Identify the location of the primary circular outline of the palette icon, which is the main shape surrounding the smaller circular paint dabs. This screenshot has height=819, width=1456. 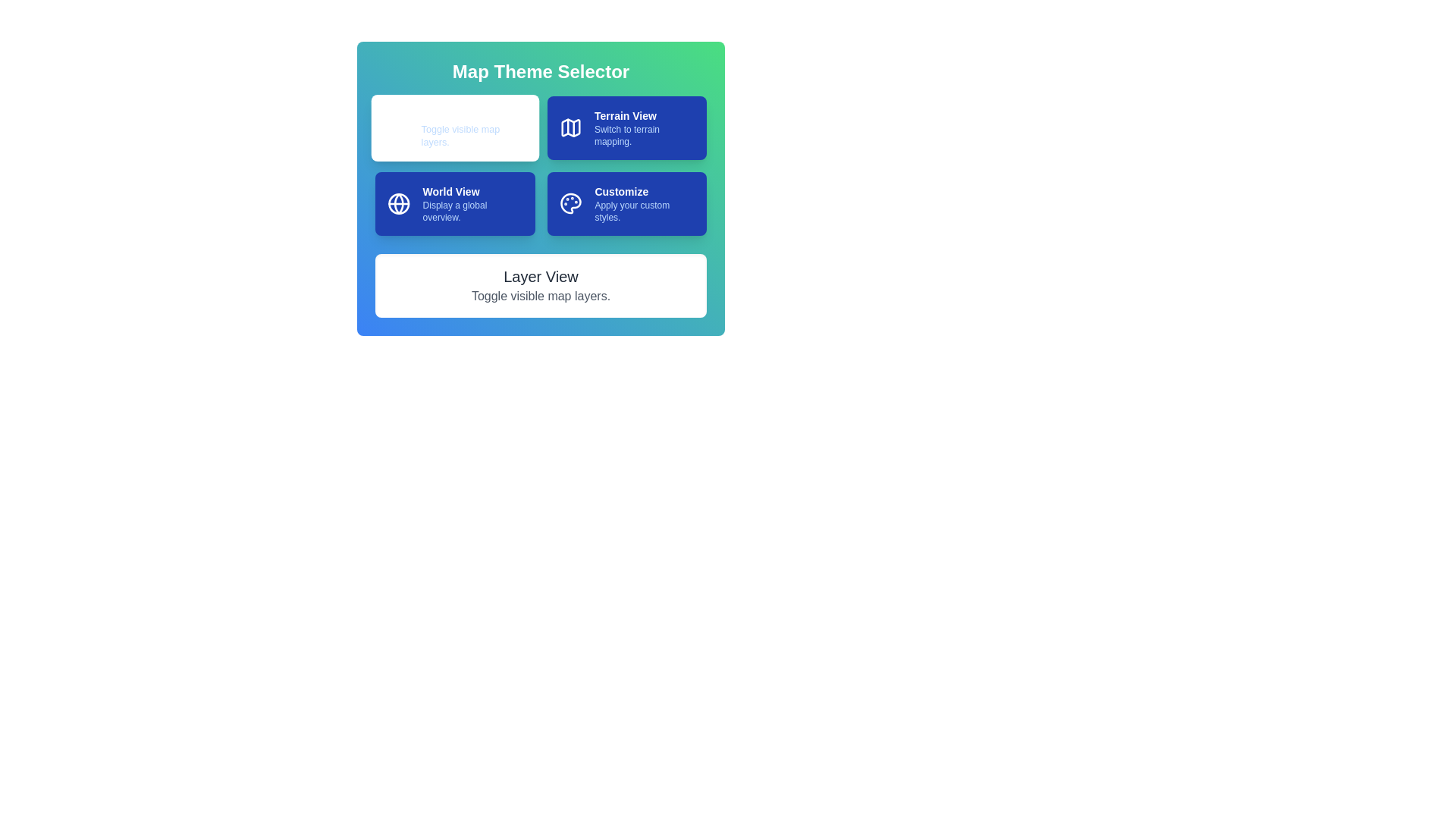
(570, 203).